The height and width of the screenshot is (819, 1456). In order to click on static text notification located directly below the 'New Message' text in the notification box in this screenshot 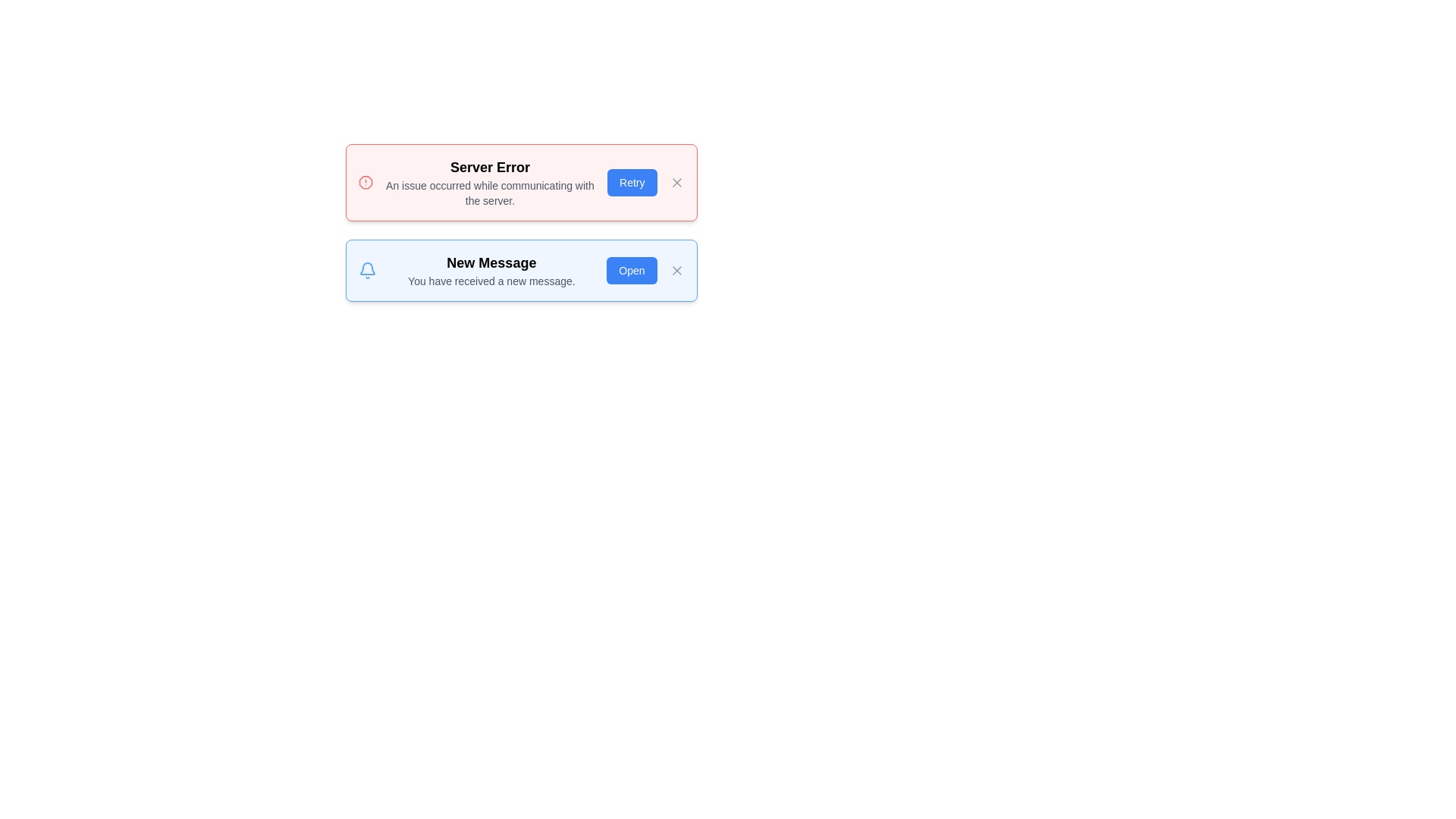, I will do `click(491, 281)`.